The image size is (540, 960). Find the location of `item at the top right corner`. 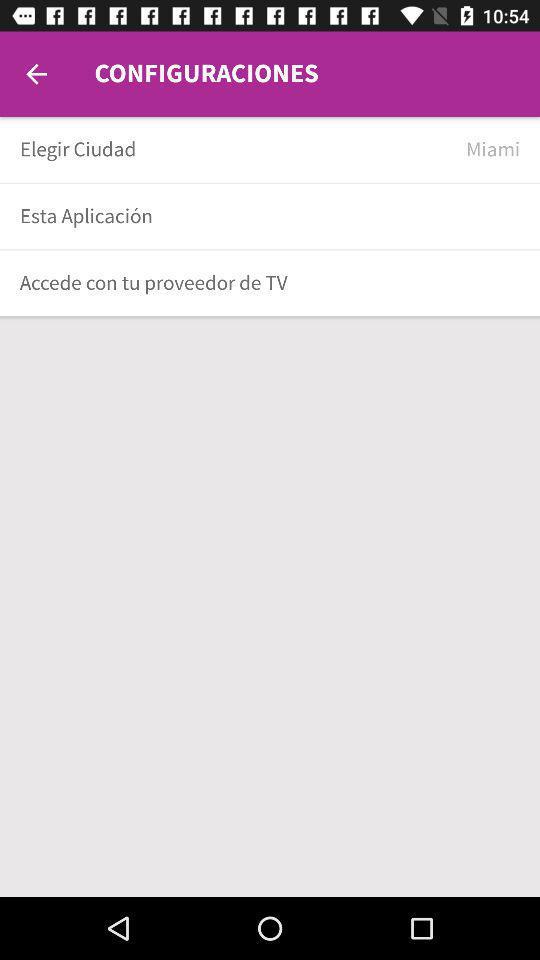

item at the top right corner is located at coordinates (492, 148).